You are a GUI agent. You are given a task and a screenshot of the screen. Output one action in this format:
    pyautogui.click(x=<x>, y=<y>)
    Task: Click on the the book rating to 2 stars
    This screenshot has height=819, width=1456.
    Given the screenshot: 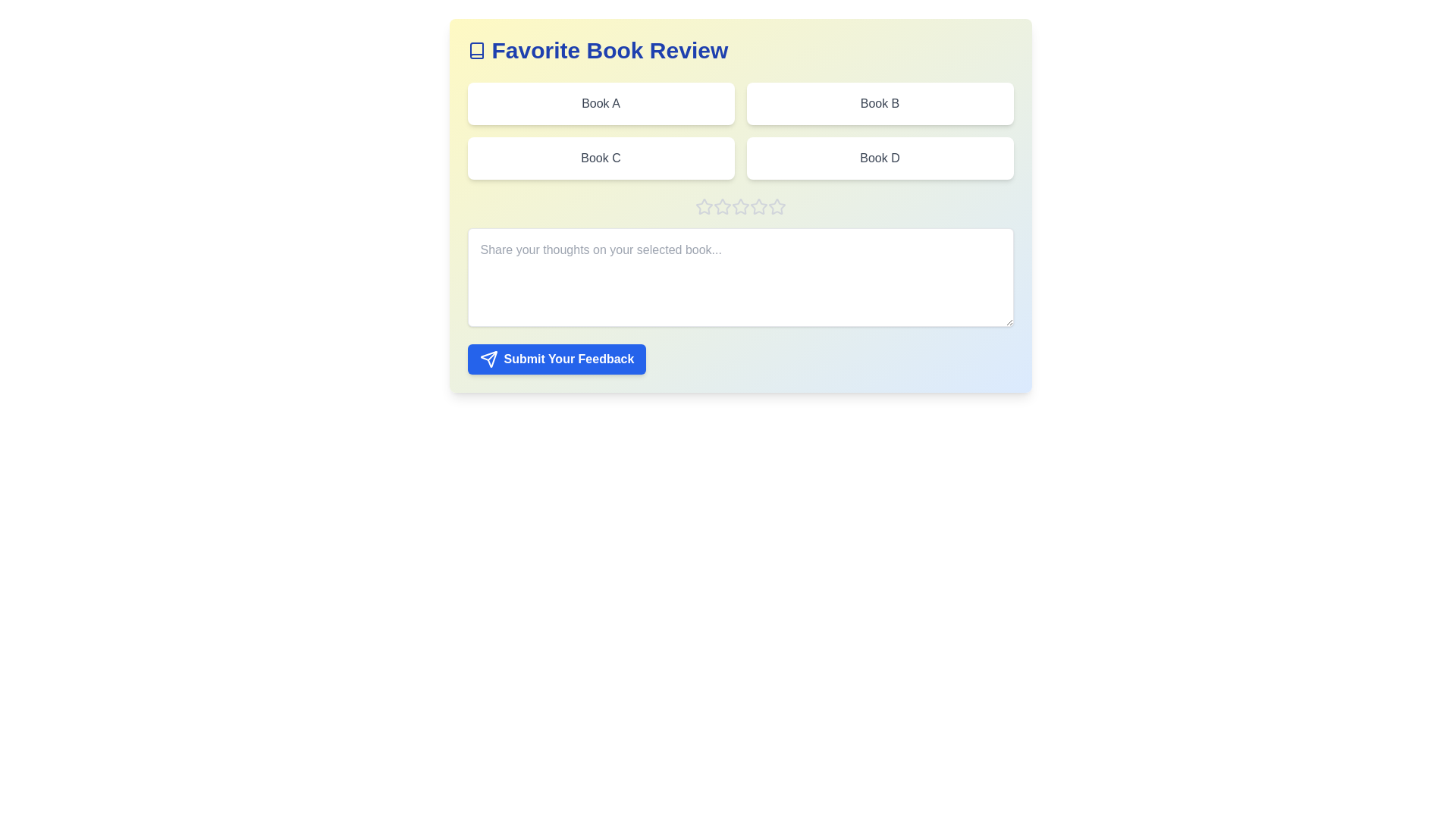 What is the action you would take?
    pyautogui.click(x=721, y=207)
    